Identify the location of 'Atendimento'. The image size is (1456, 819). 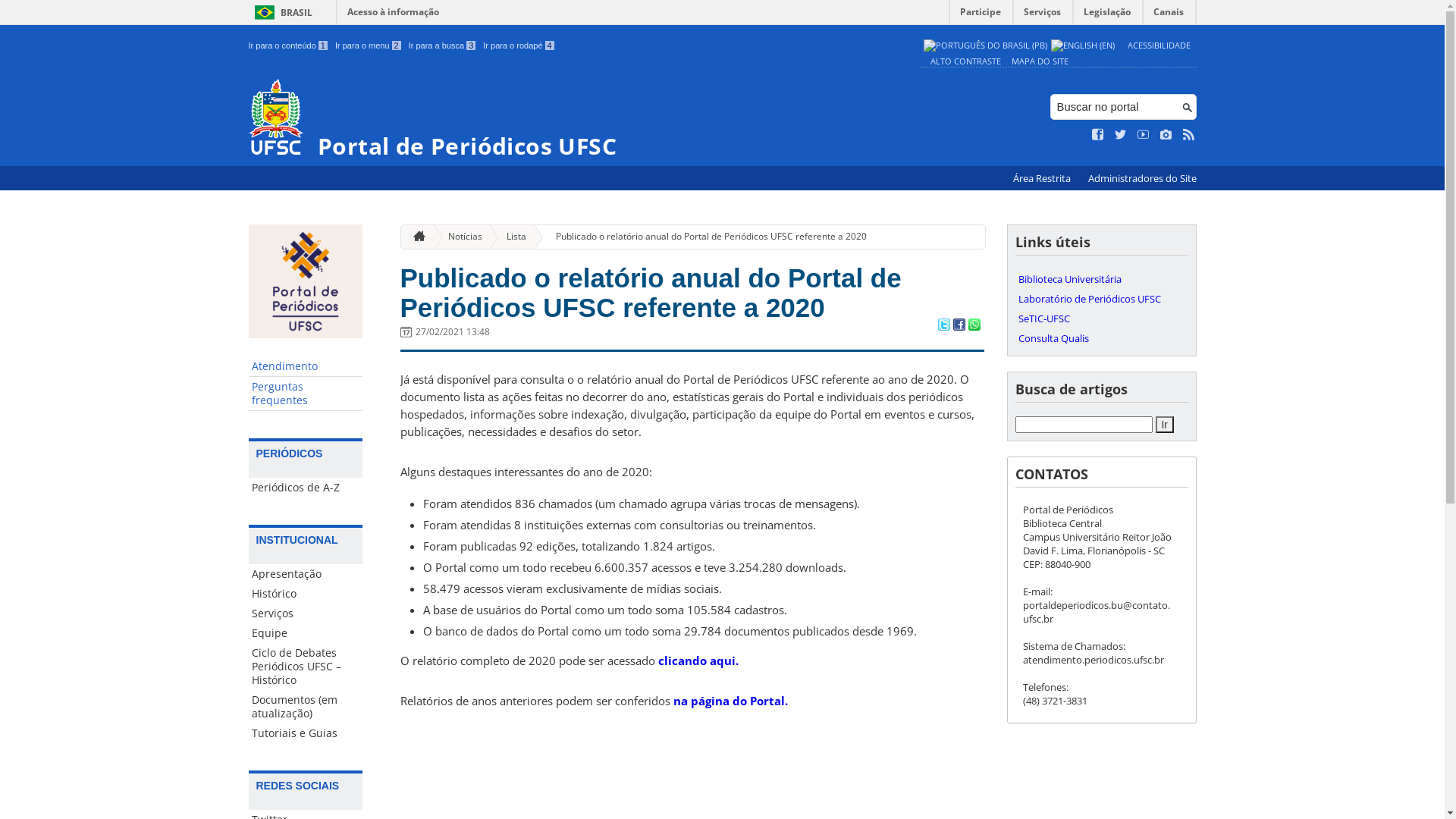
(305, 366).